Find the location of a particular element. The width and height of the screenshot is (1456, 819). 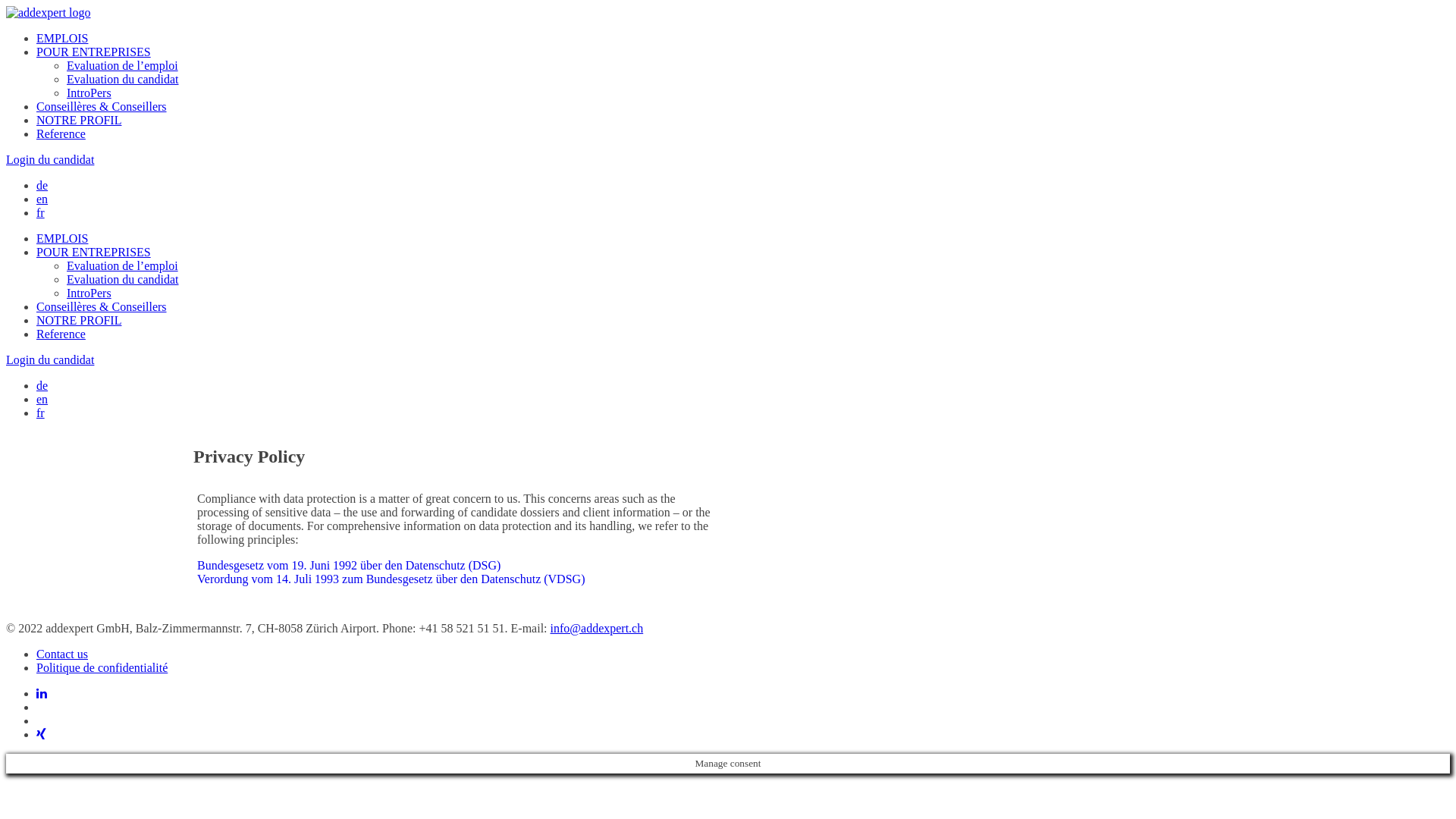

'fr' is located at coordinates (40, 212).